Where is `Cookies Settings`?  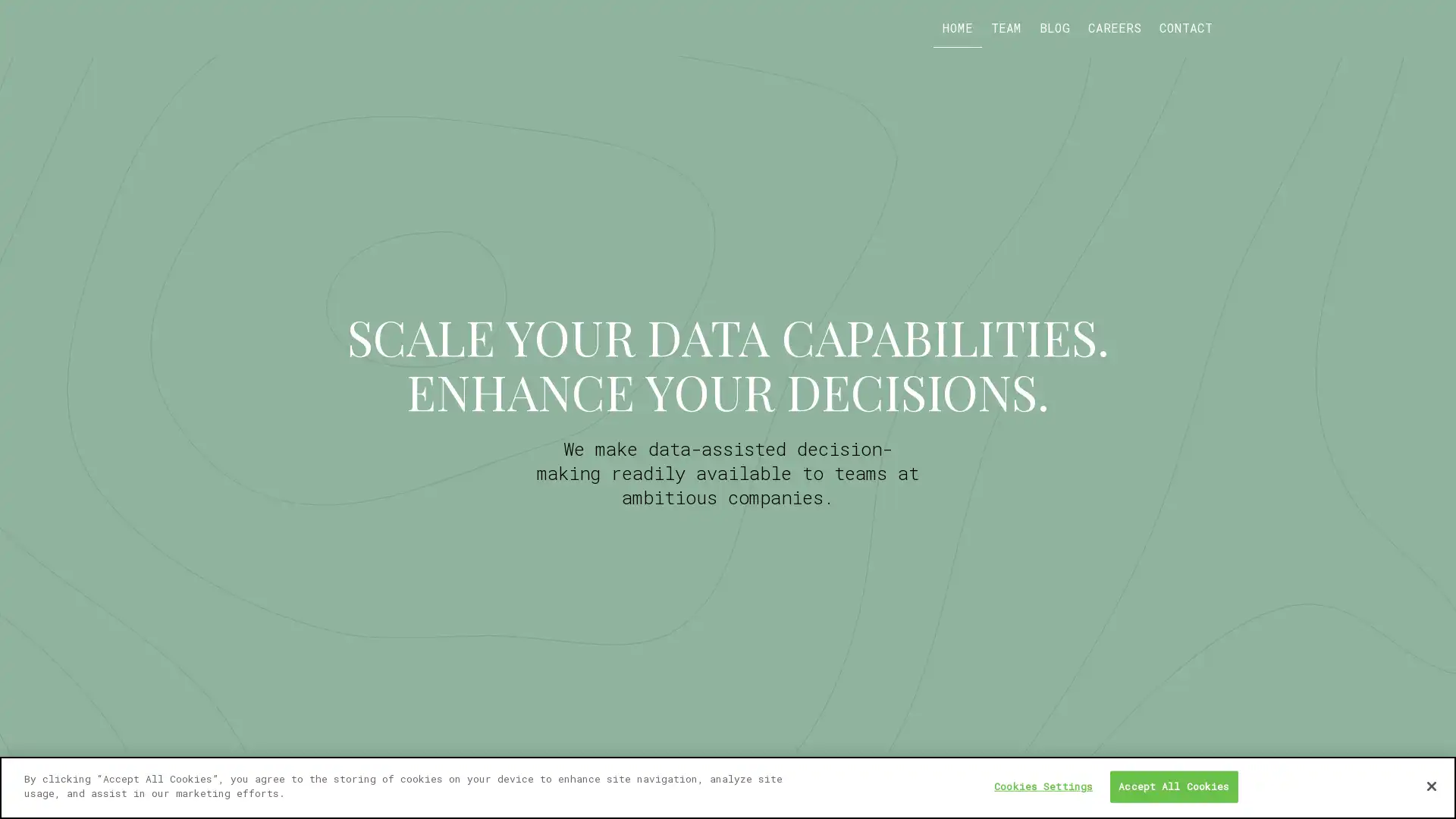 Cookies Settings is located at coordinates (1043, 786).